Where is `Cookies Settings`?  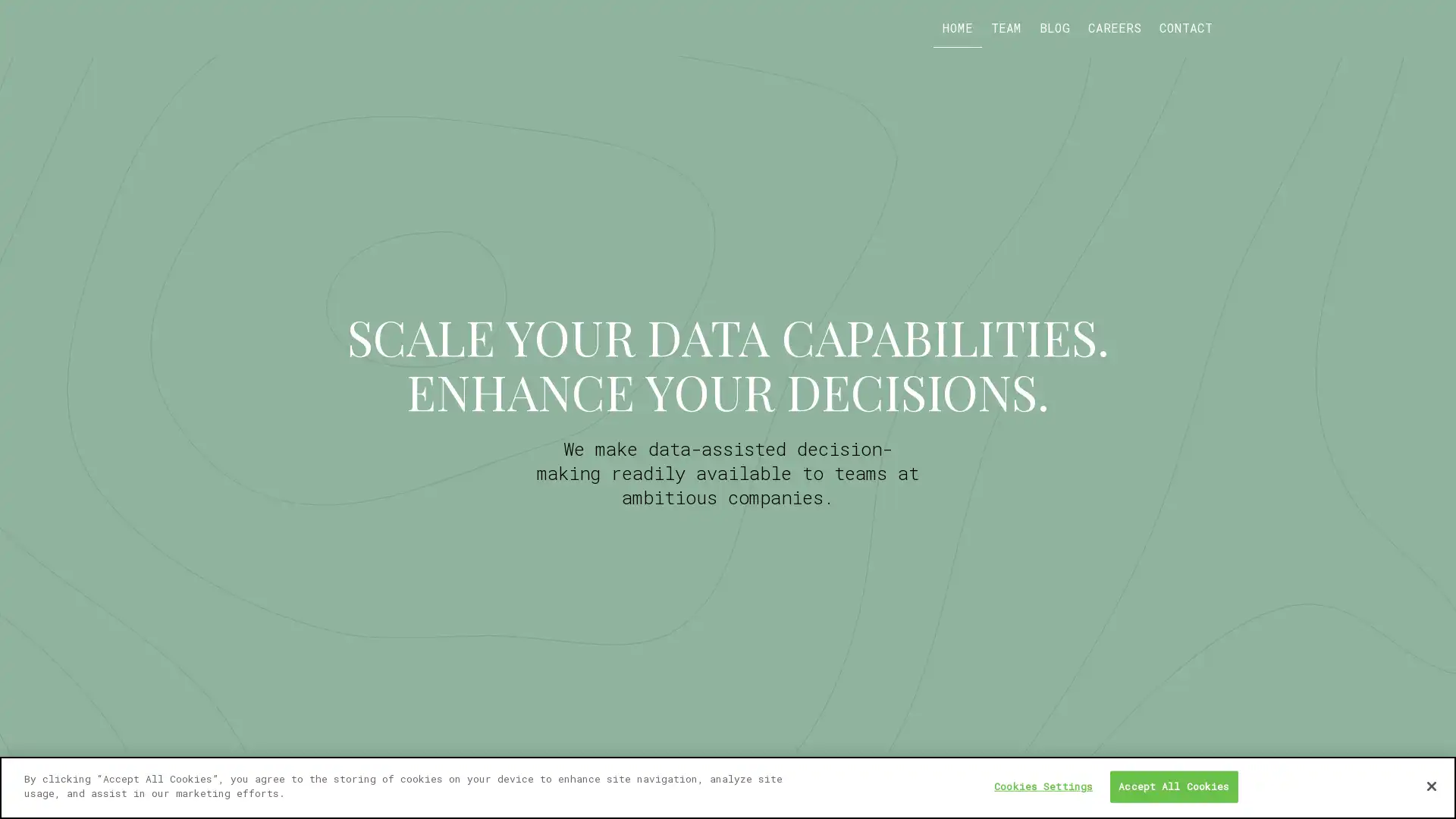 Cookies Settings is located at coordinates (1043, 786).